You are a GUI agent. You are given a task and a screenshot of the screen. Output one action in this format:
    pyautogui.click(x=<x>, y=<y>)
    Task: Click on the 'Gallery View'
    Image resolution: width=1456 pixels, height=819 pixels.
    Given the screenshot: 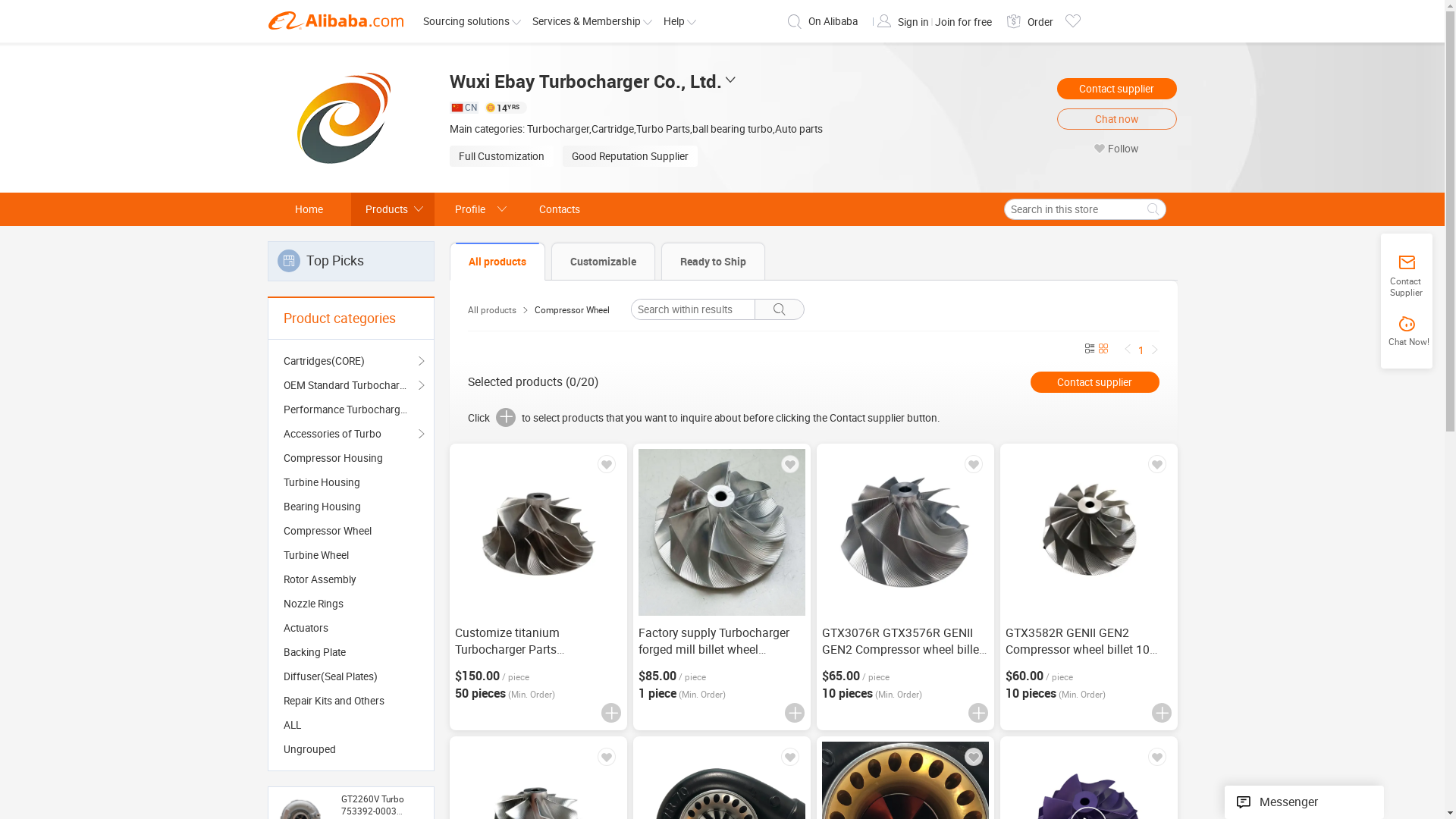 What is the action you would take?
    pyautogui.click(x=1103, y=350)
    